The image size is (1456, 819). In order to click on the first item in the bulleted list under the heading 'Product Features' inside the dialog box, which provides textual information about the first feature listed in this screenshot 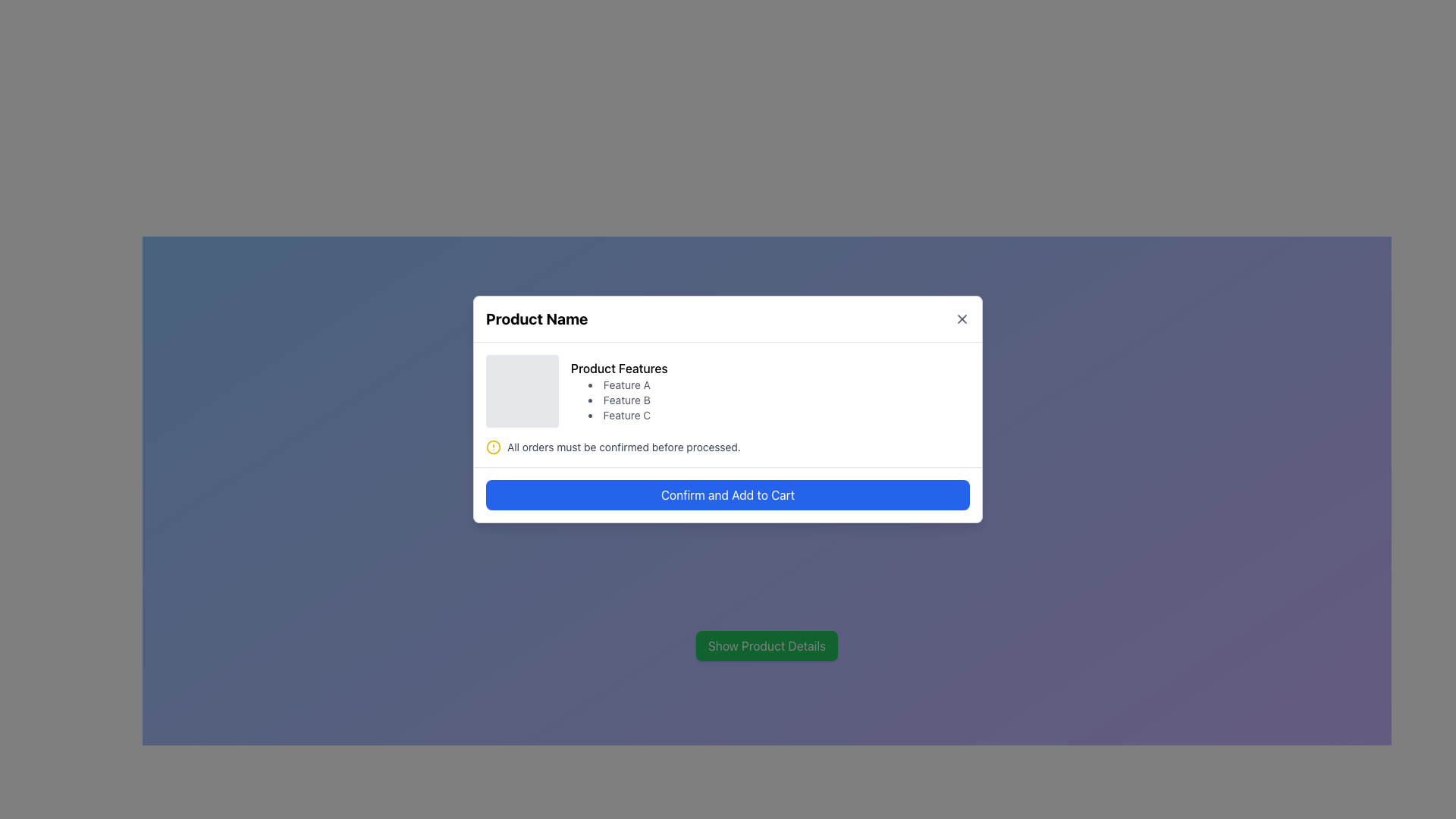, I will do `click(619, 384)`.